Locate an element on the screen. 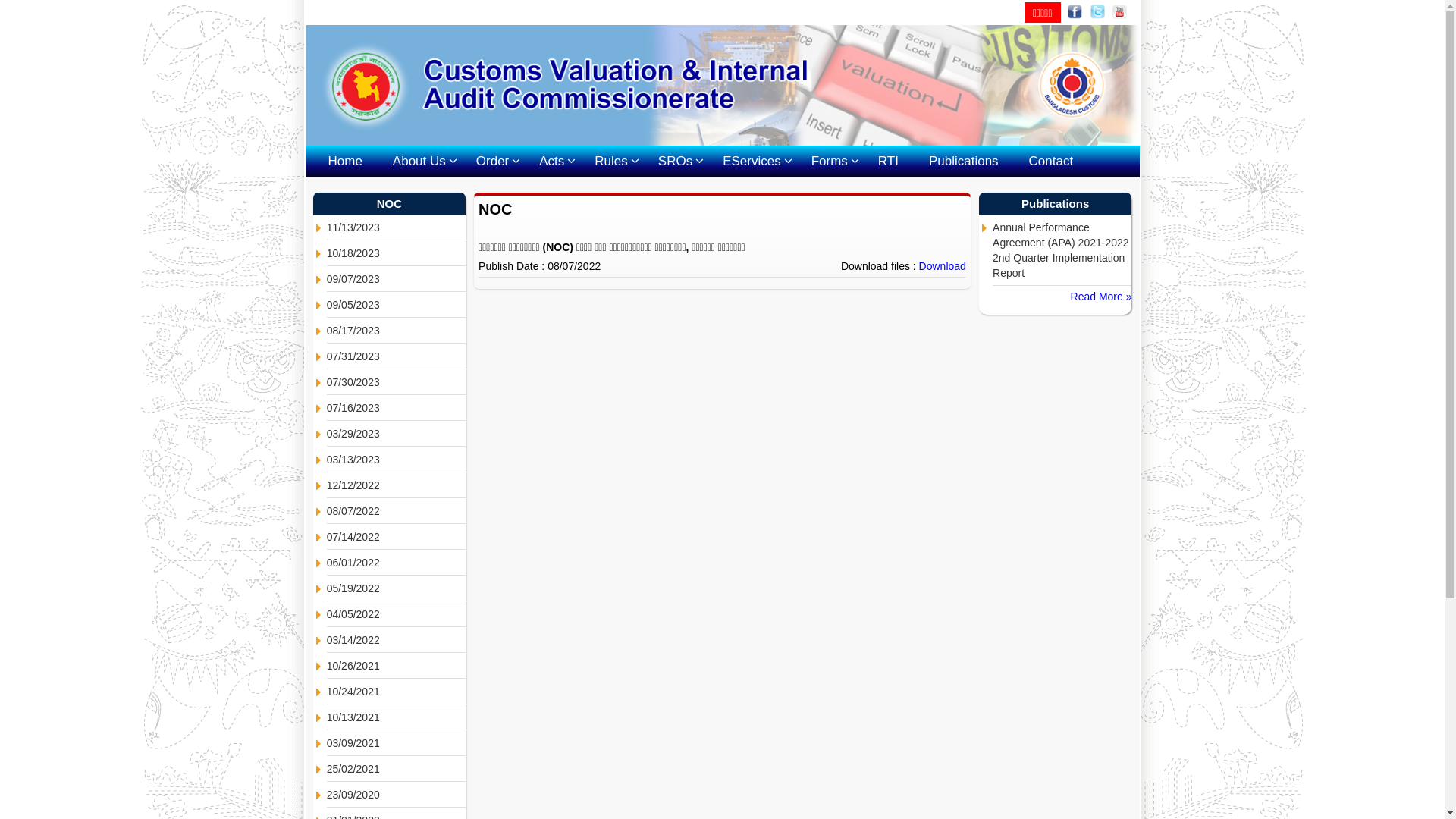 This screenshot has height=819, width=1456. '07/14/2022' is located at coordinates (396, 536).